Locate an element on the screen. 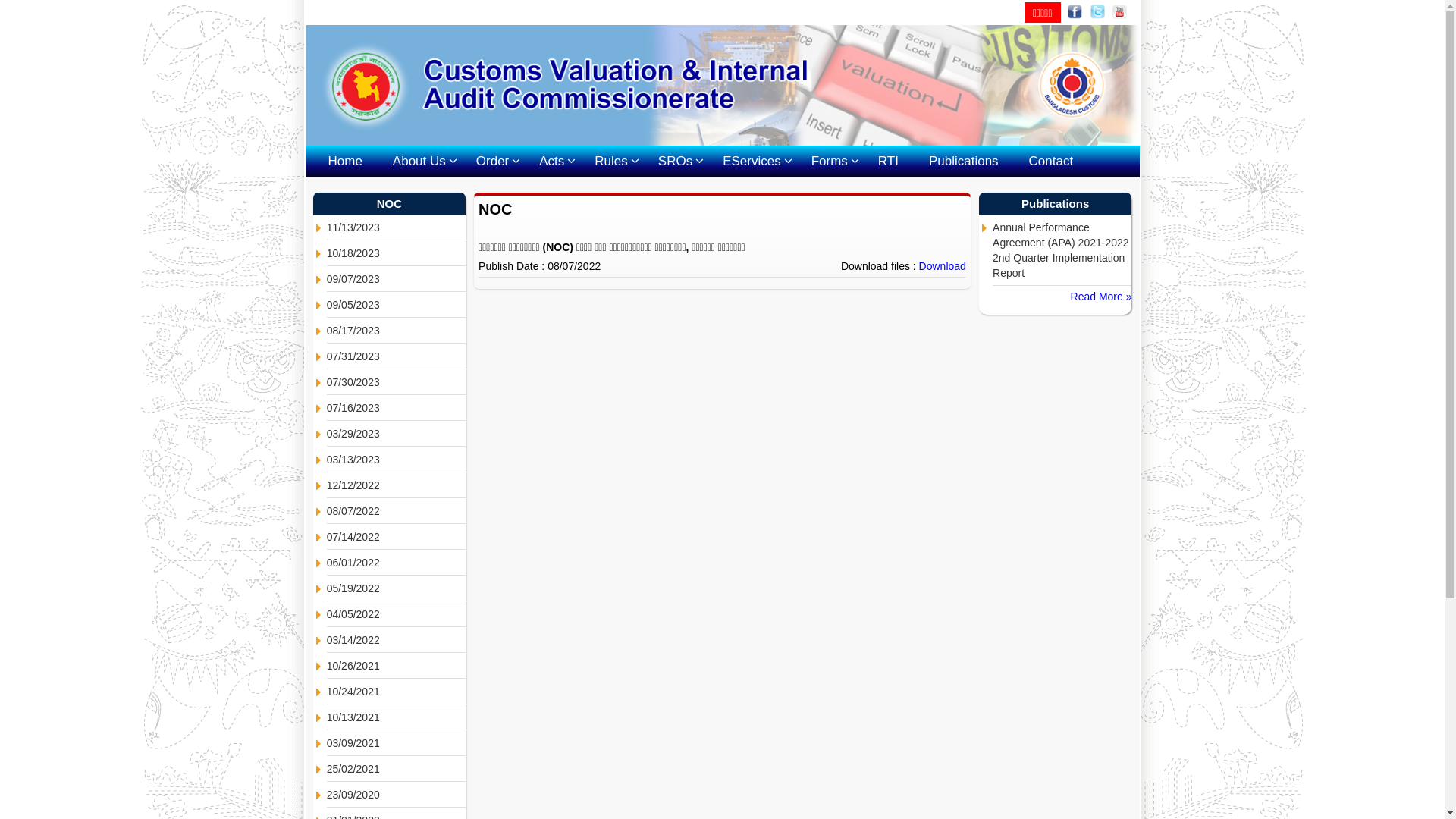 This screenshot has height=819, width=1456. '07/14/2022' is located at coordinates (396, 536).